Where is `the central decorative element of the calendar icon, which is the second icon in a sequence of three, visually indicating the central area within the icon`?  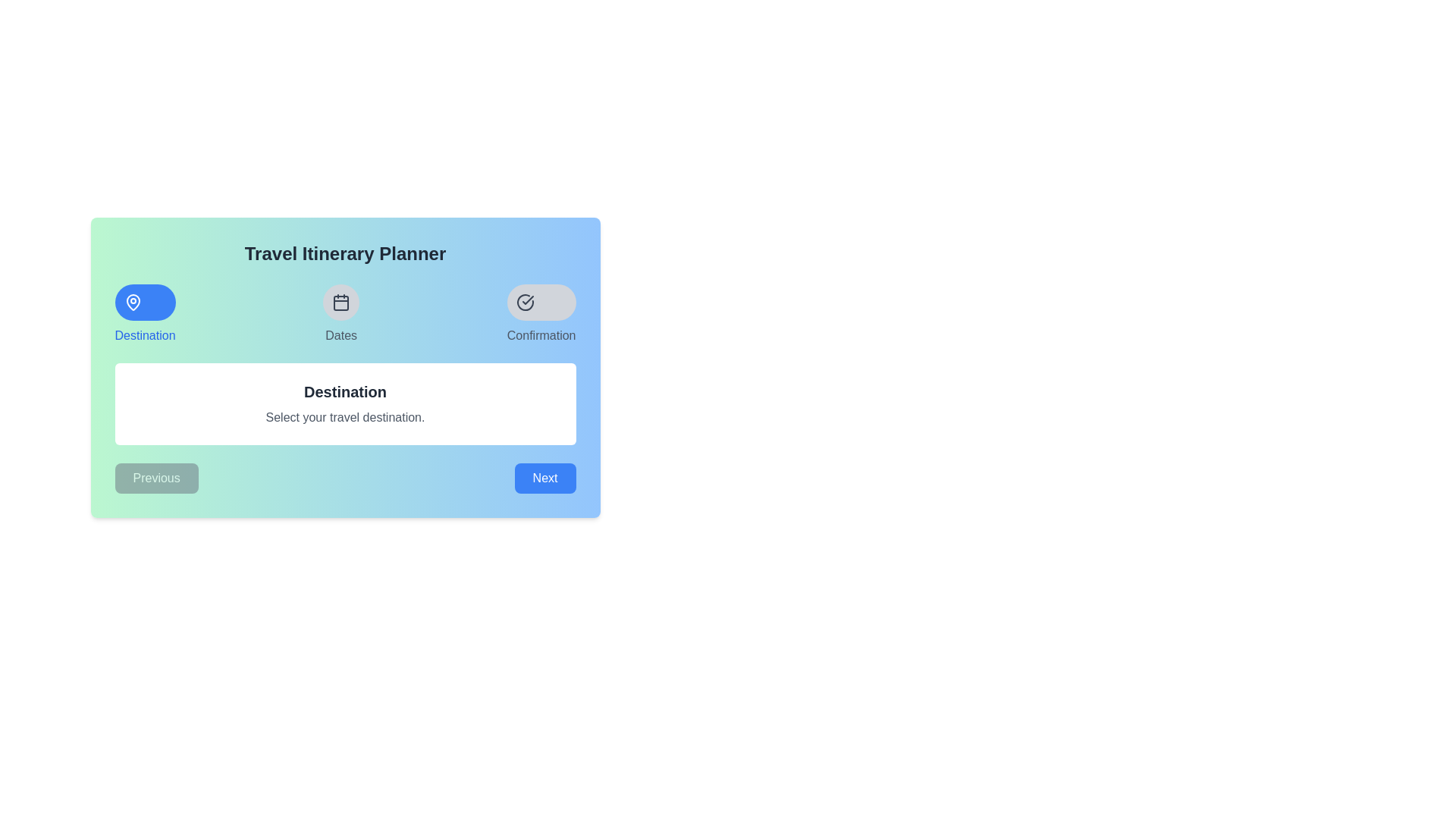
the central decorative element of the calendar icon, which is the second icon in a sequence of three, visually indicating the central area within the icon is located at coordinates (340, 303).